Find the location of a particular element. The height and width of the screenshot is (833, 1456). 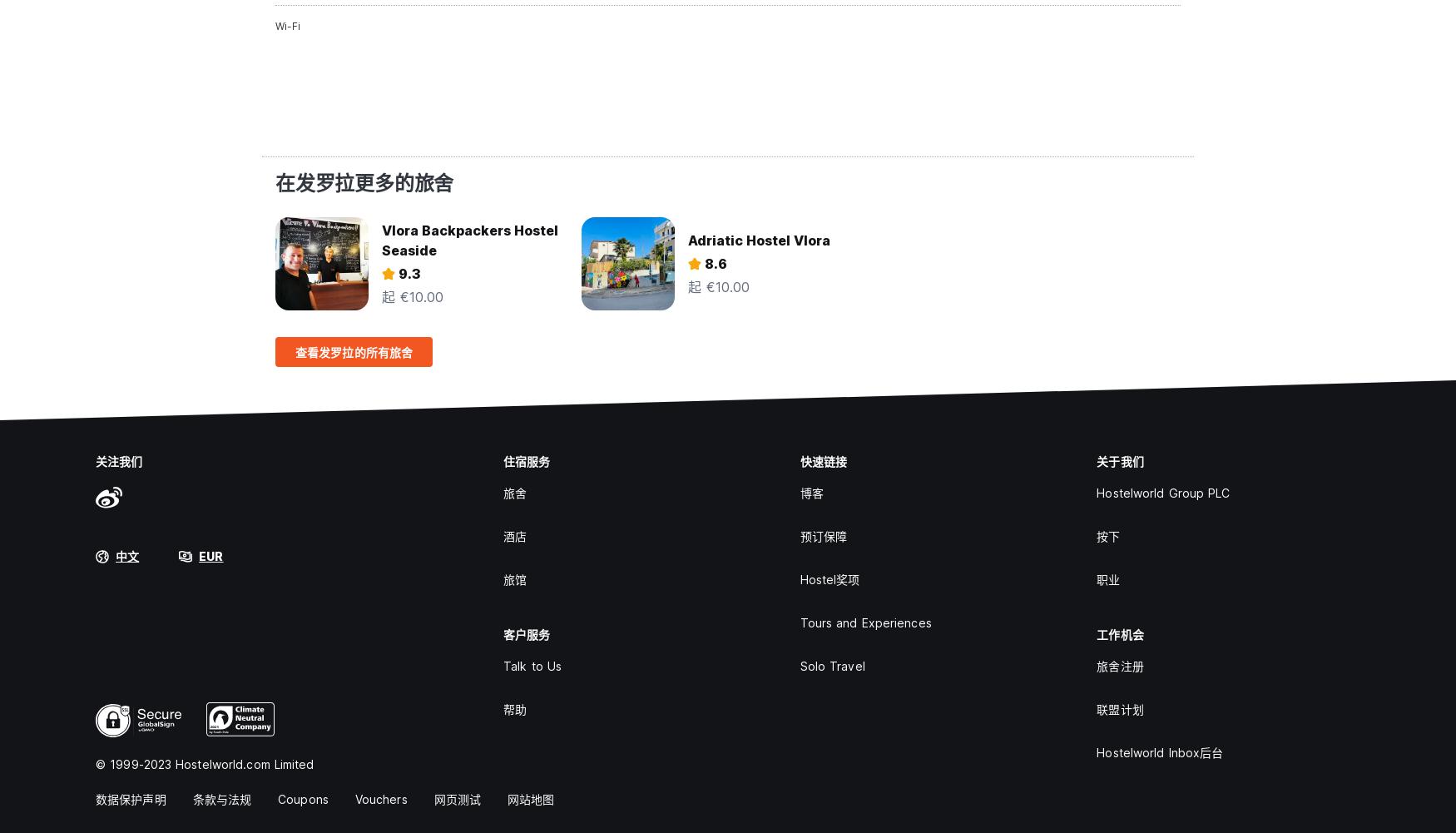

'© 1999-2023 Hostelworld.com Limited' is located at coordinates (205, 764).